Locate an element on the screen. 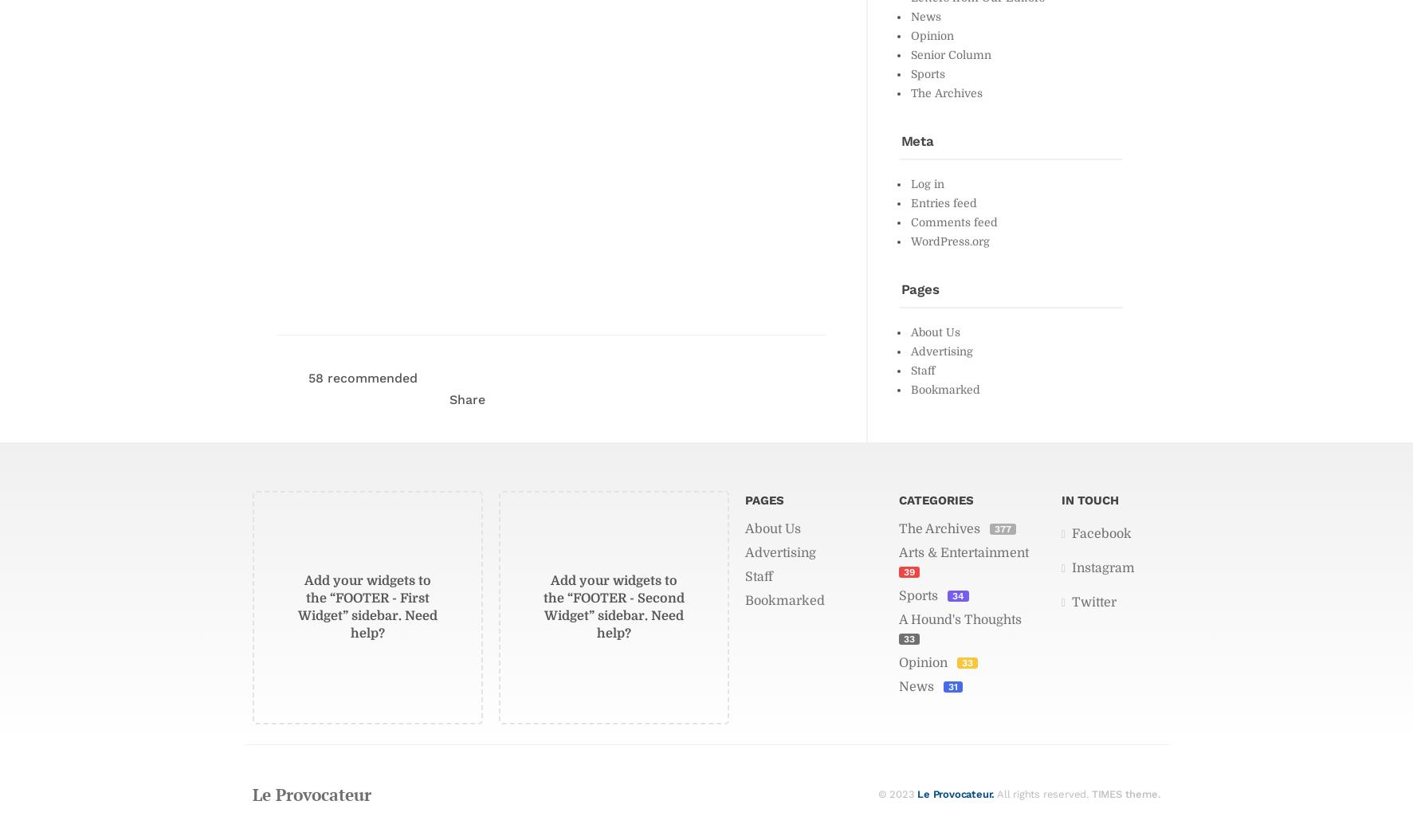 The height and width of the screenshot is (840, 1413). 'Le Provo­ca­teur.' is located at coordinates (955, 793).